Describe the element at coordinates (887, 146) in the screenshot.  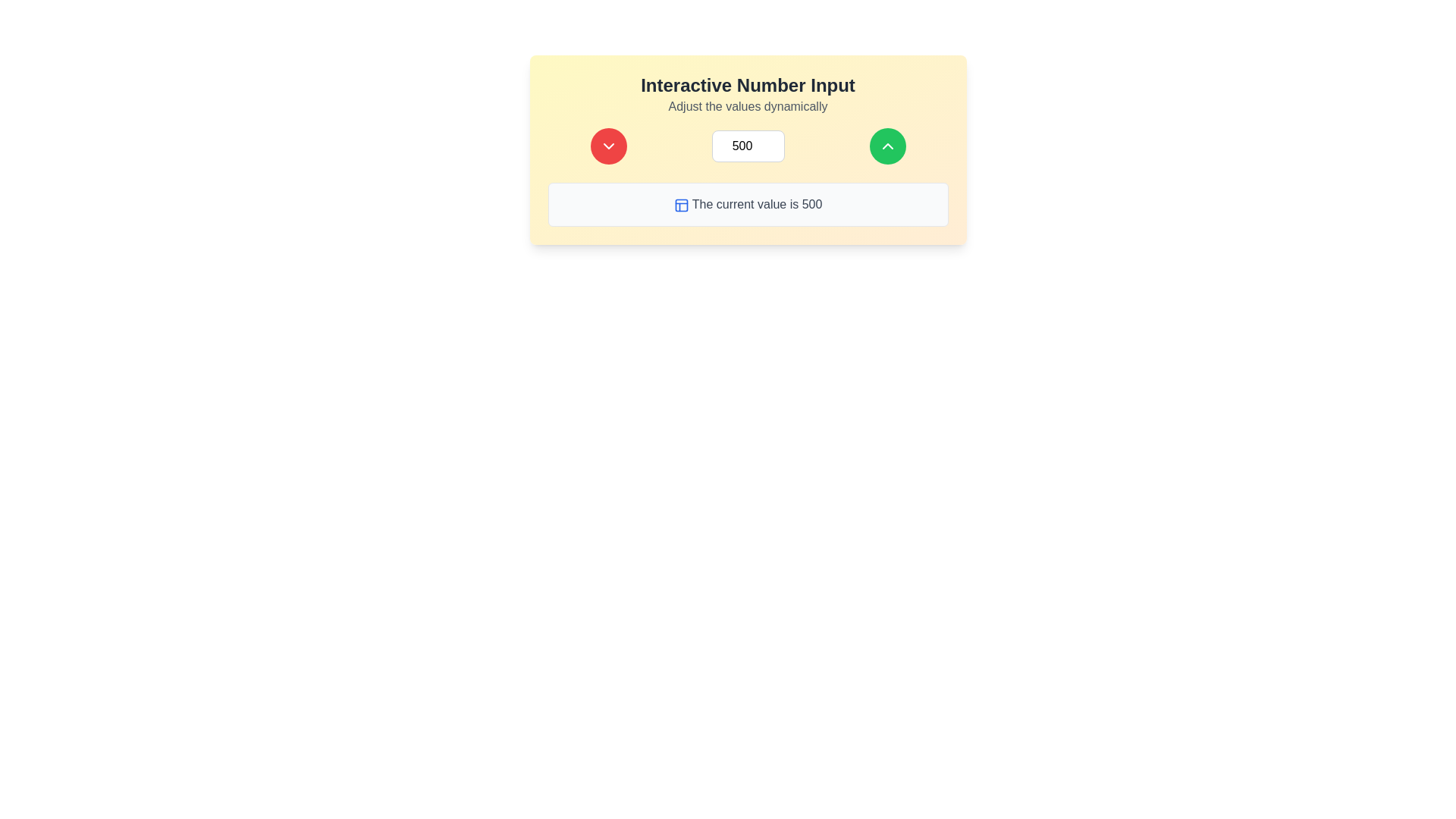
I see `the circular green button with a white upward-pointing chevron icon to increment the value` at that location.